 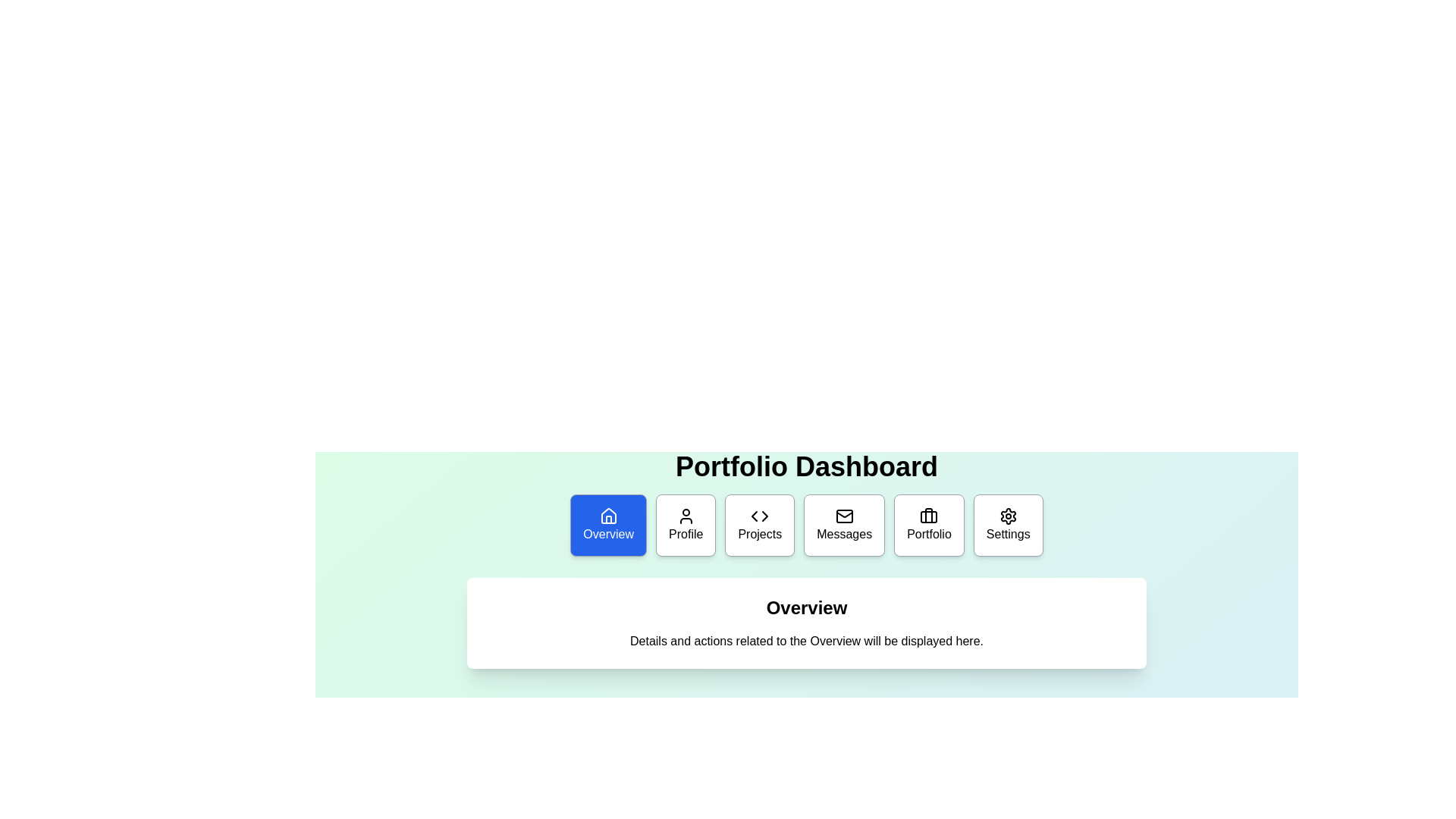 I want to click on the 'Projects' button, which is the third item in the menu row, featuring a code symbol and 'Projects' text, so click(x=760, y=525).